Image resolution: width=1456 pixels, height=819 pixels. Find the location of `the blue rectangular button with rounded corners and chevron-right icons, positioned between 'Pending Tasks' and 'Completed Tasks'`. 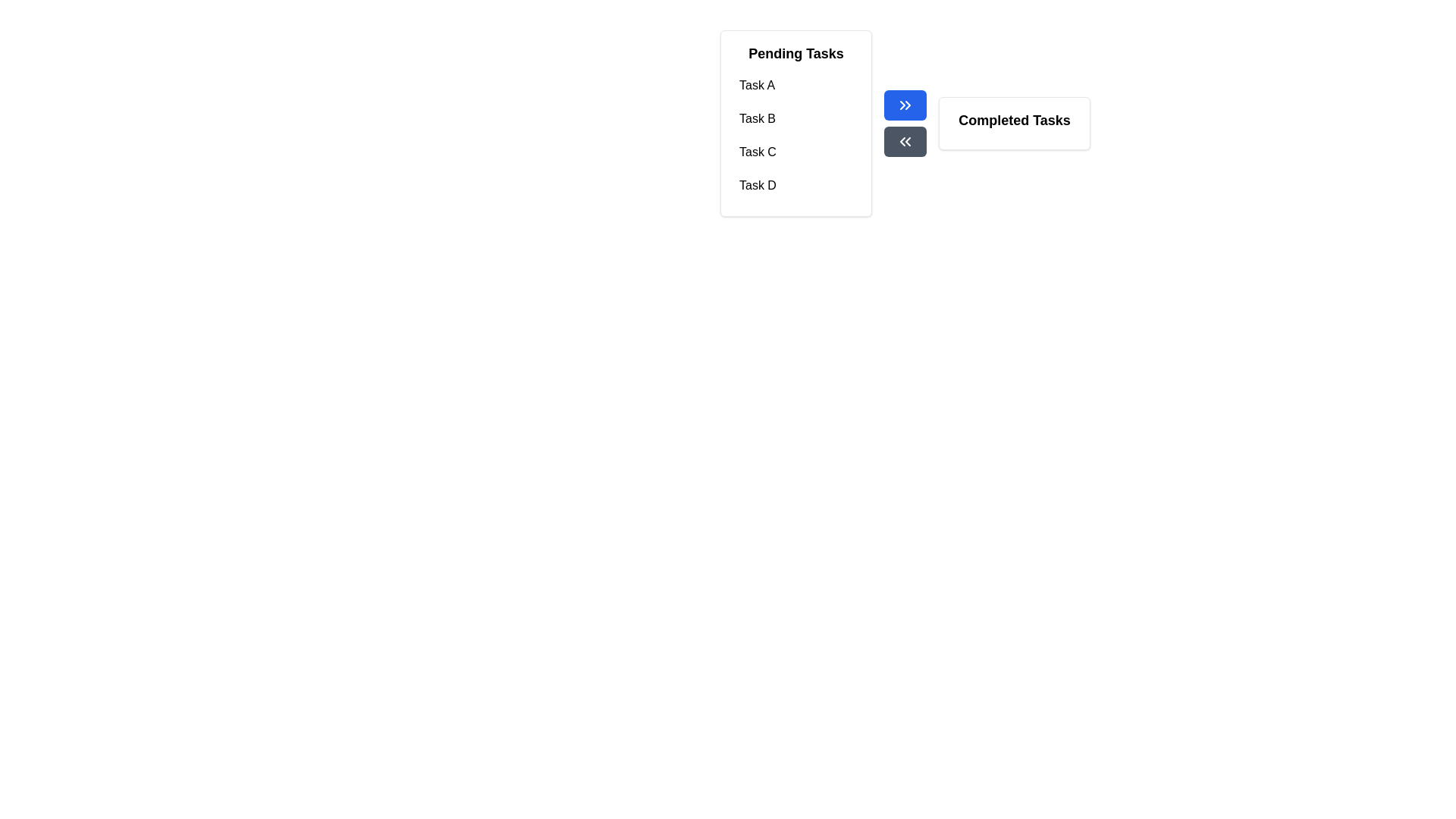

the blue rectangular button with rounded corners and chevron-right icons, positioned between 'Pending Tasks' and 'Completed Tasks' is located at coordinates (905, 104).